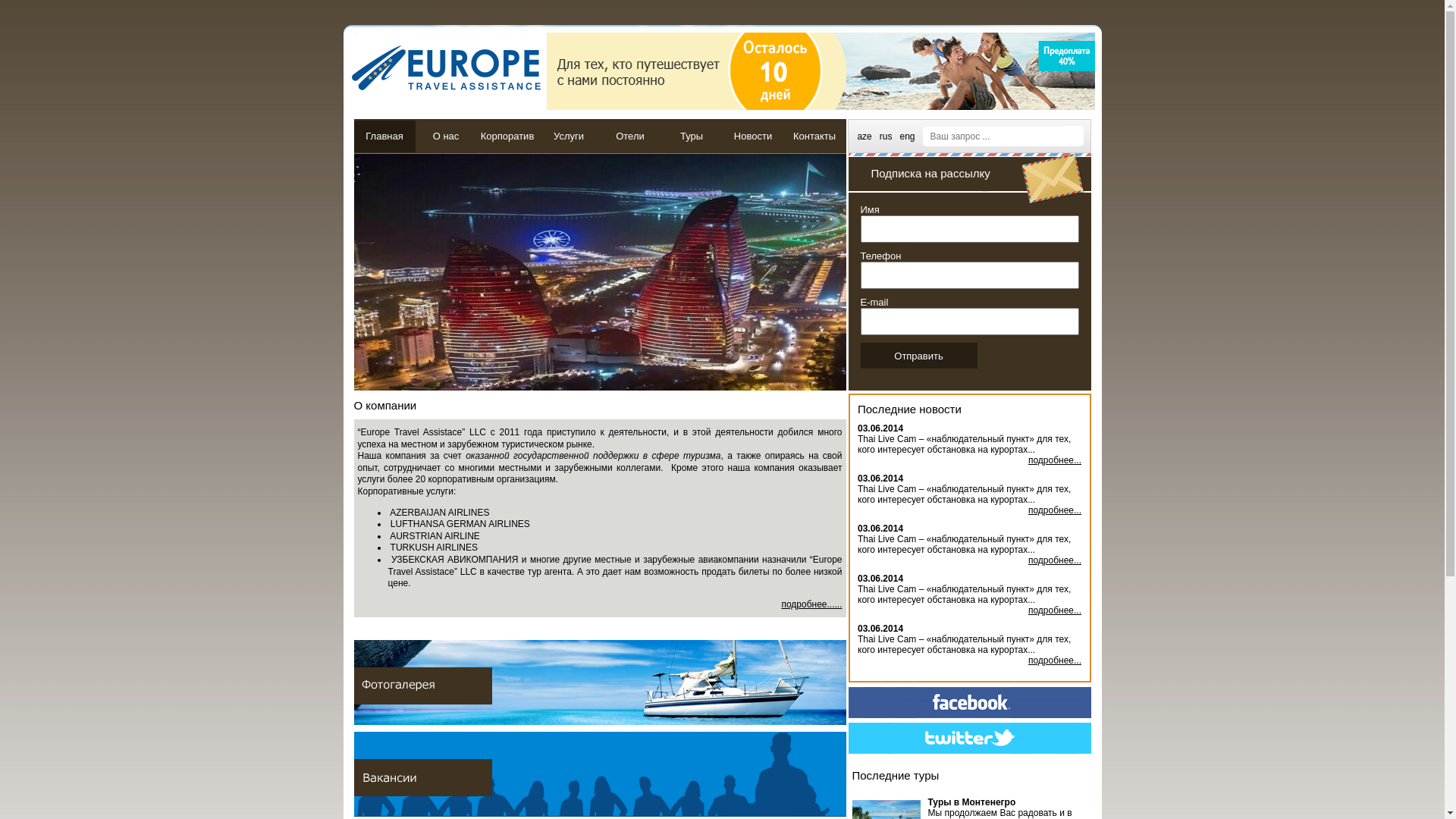  I want to click on 'eng', so click(906, 134).